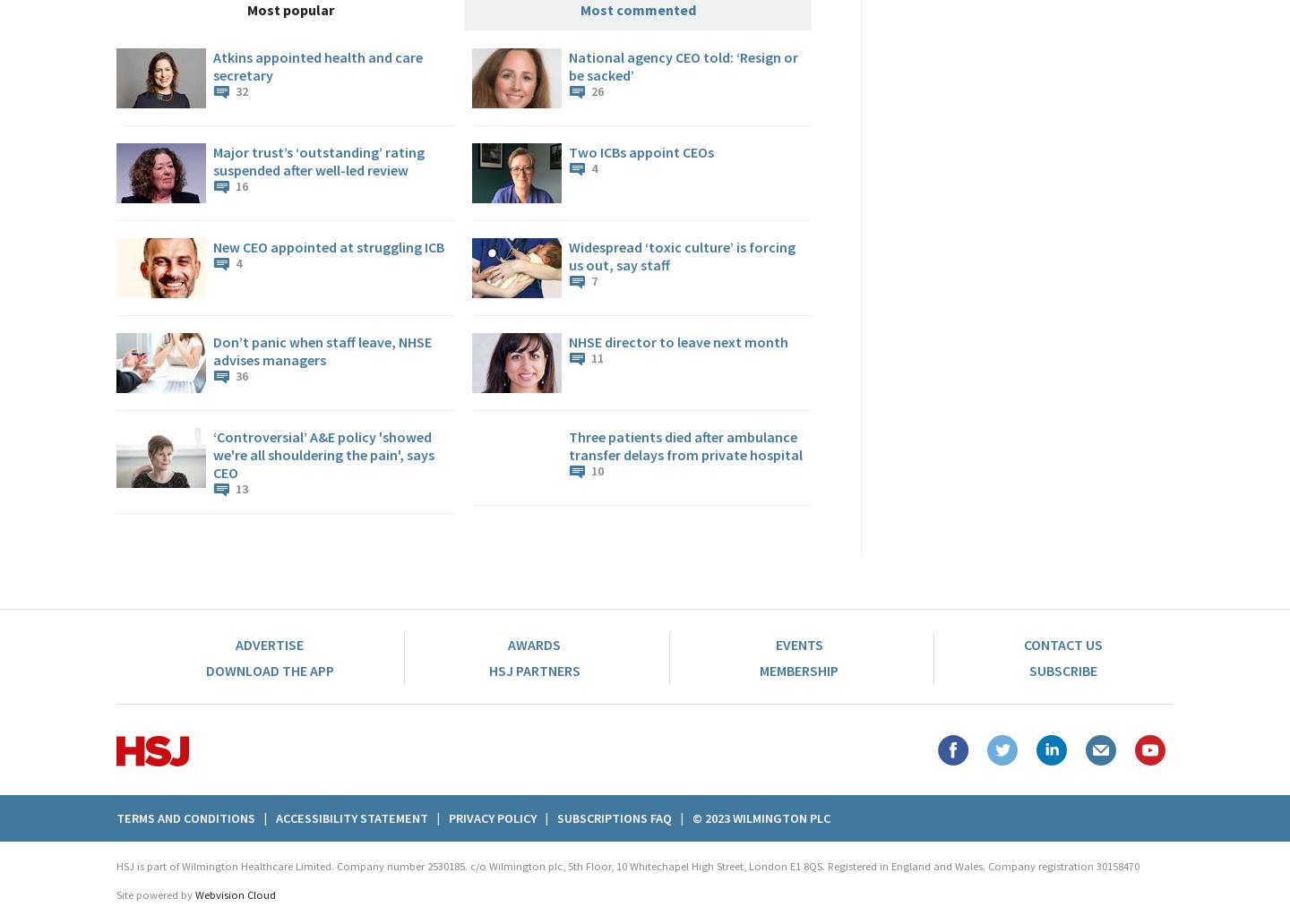 This screenshot has height=924, width=1290. What do you see at coordinates (761, 817) in the screenshot?
I see `'© 2023 Wilmington plc'` at bounding box center [761, 817].